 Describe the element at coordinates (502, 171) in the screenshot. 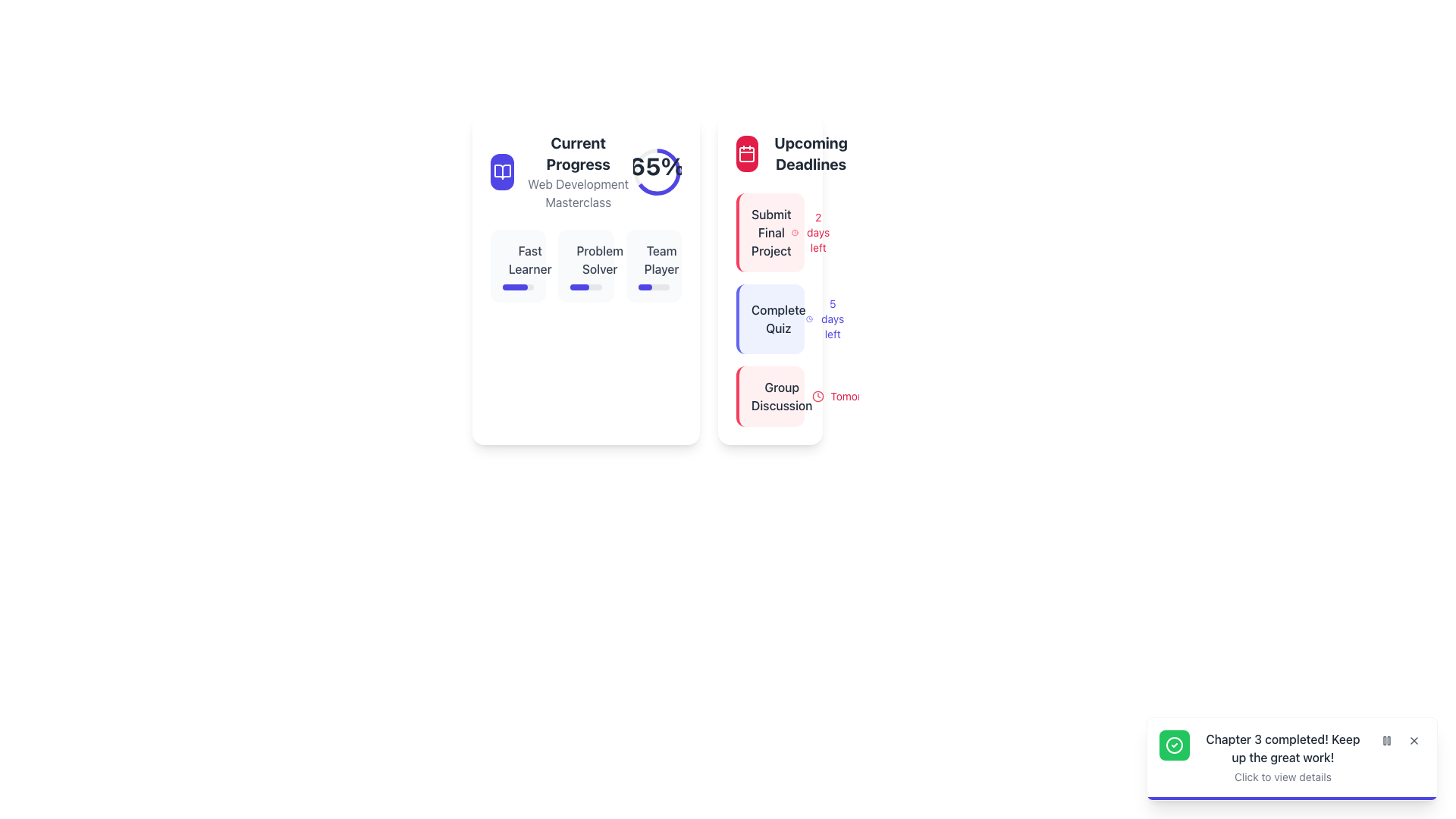

I see `the book icon located in the leftmost section near the top part of the interface, which represents progress or learning` at that location.